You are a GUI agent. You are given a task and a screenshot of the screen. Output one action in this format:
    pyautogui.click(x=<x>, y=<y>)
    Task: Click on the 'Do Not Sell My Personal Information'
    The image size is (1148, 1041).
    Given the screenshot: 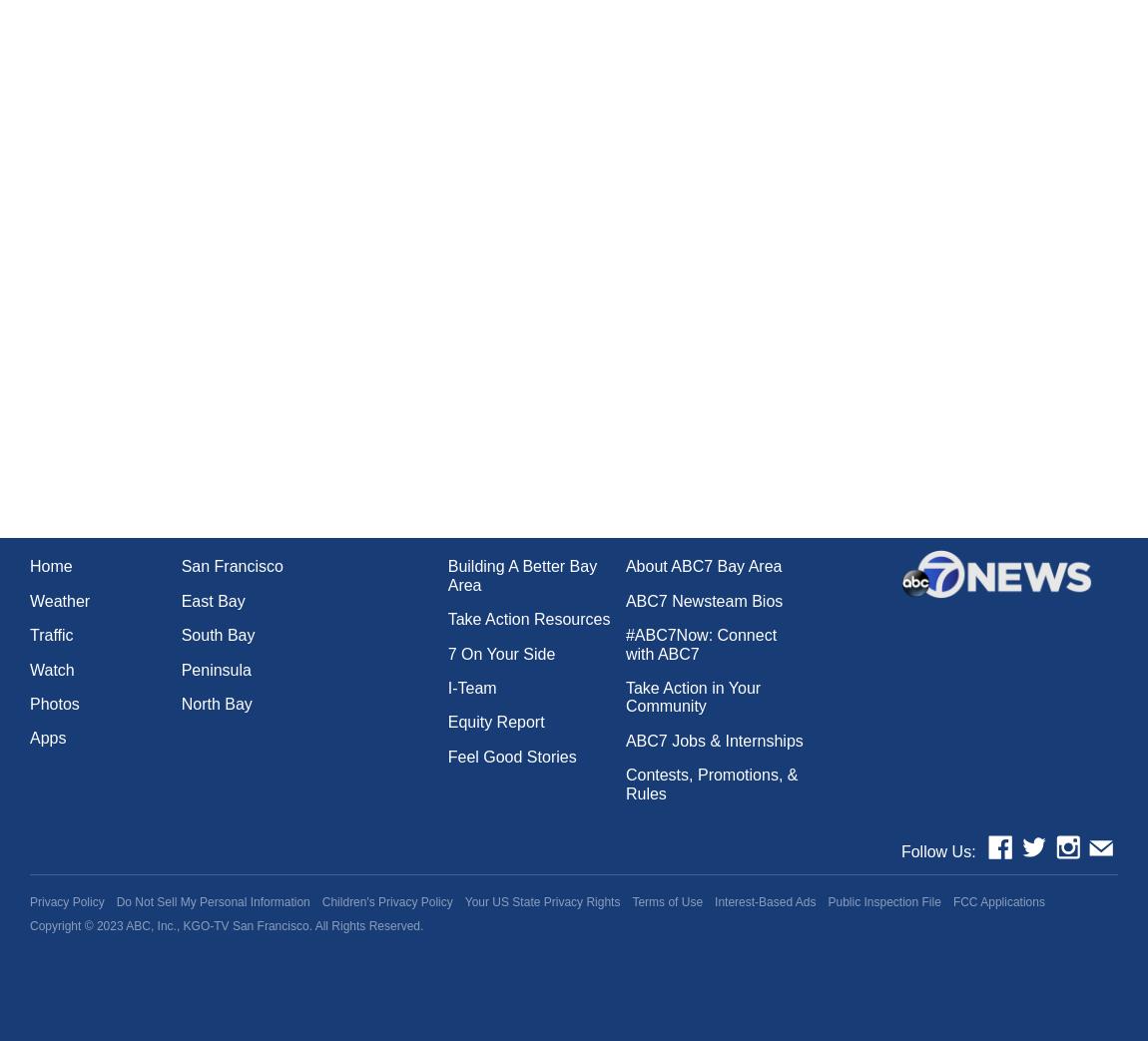 What is the action you would take?
    pyautogui.click(x=211, y=900)
    